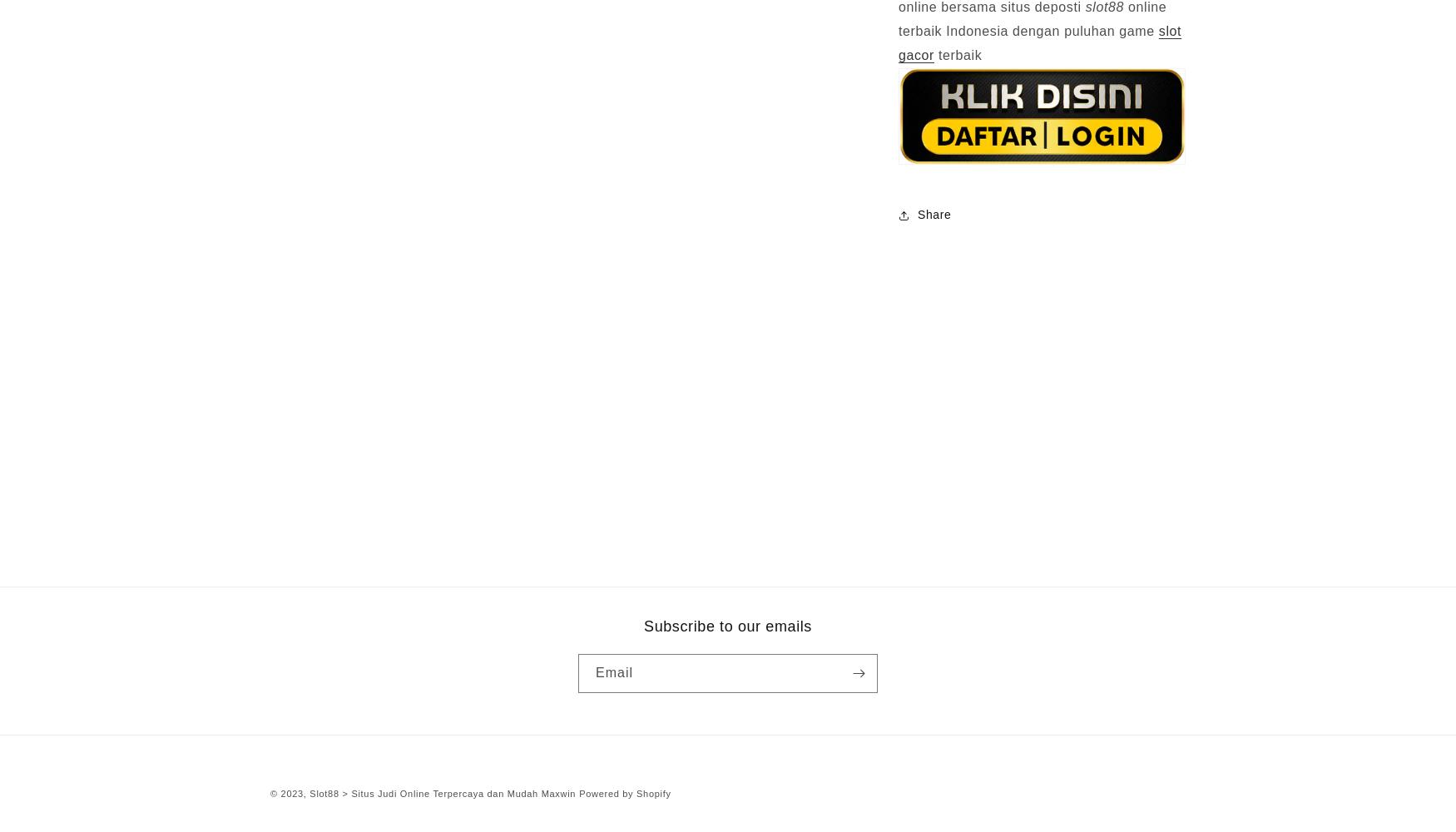 The width and height of the screenshot is (1456, 832). Describe the element at coordinates (916, 269) in the screenshot. I see `'Link'` at that location.